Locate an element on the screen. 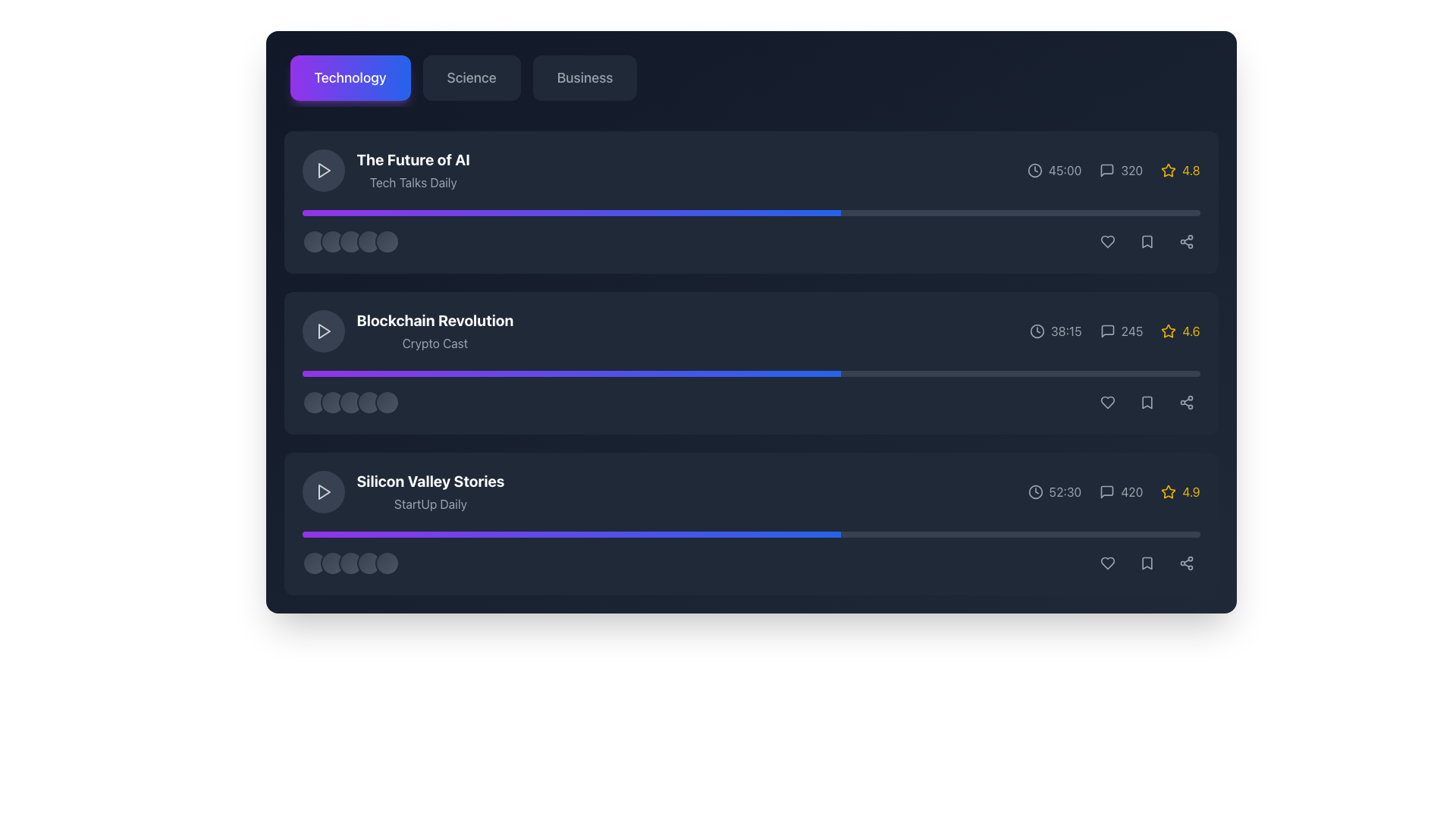  the information provided by the text label displaying '245' in medium gray font, located in the 'Blockchain Revolution' row adjacent to its associated icon is located at coordinates (1131, 330).